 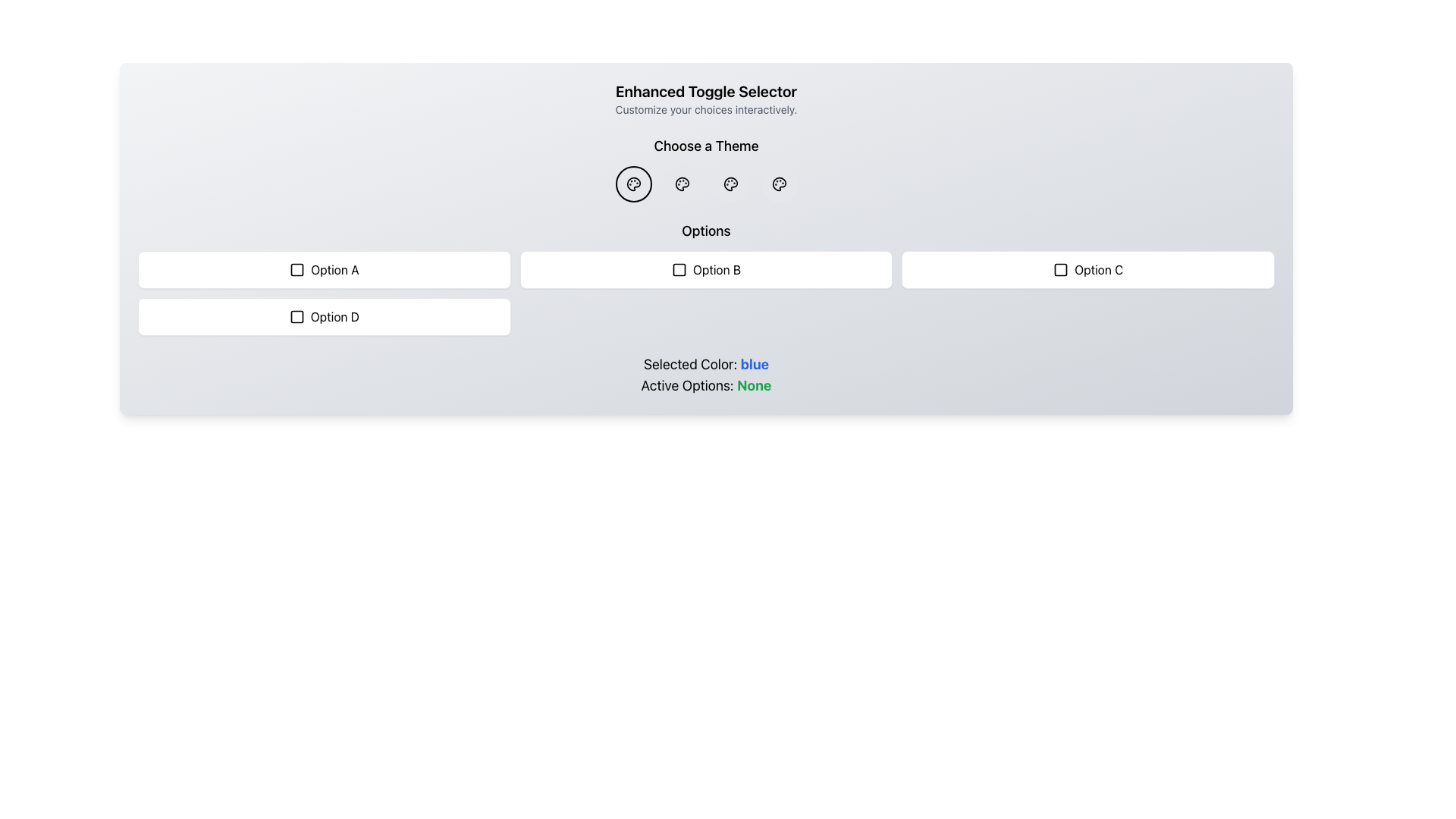 I want to click on the 'Option A' checkbox element, so click(x=323, y=268).